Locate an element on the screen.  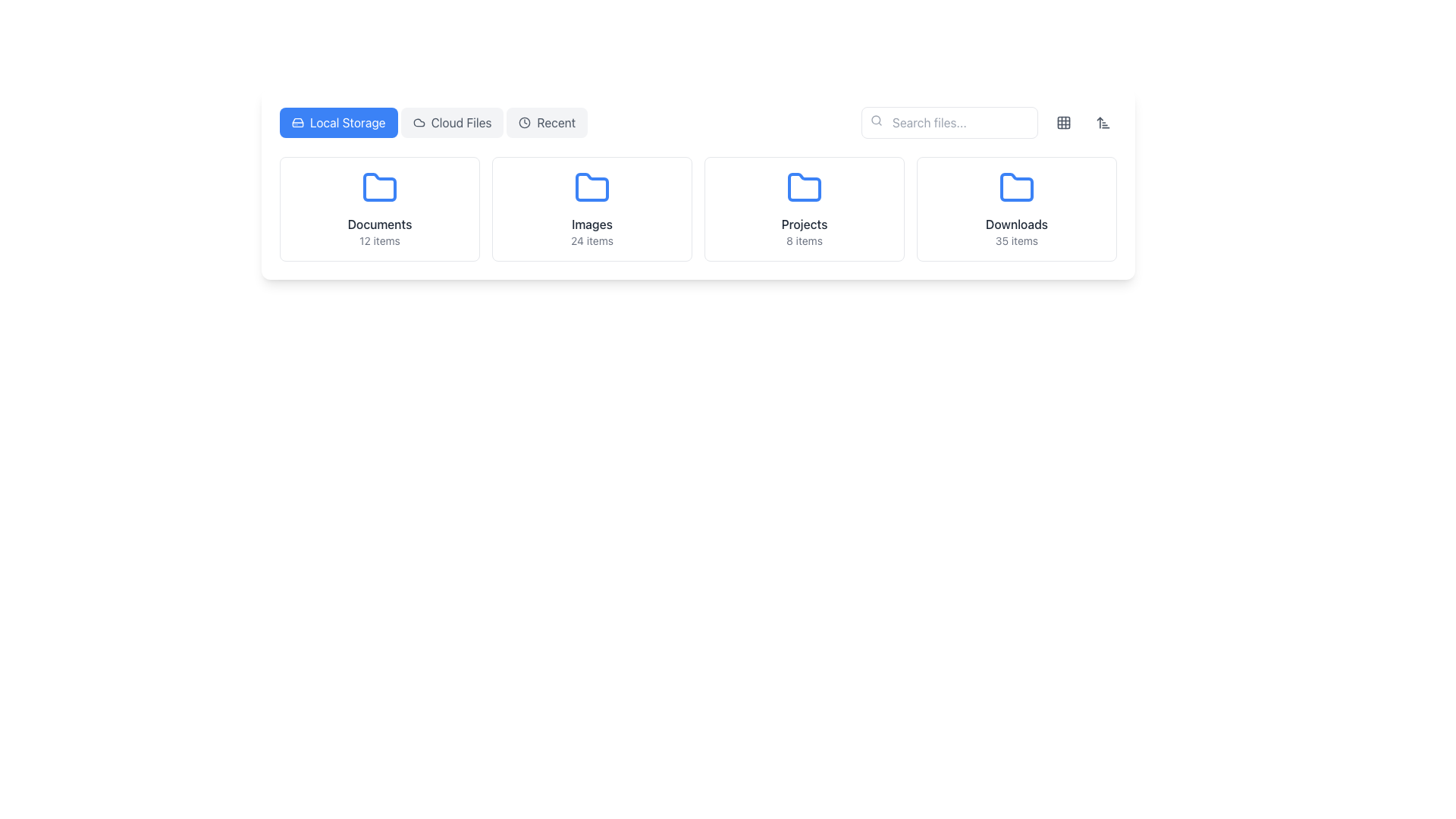
the static text that indicates the number of items in the 'Projects' folder, which is located directly beneath the 'Projects' label is located at coordinates (803, 240).